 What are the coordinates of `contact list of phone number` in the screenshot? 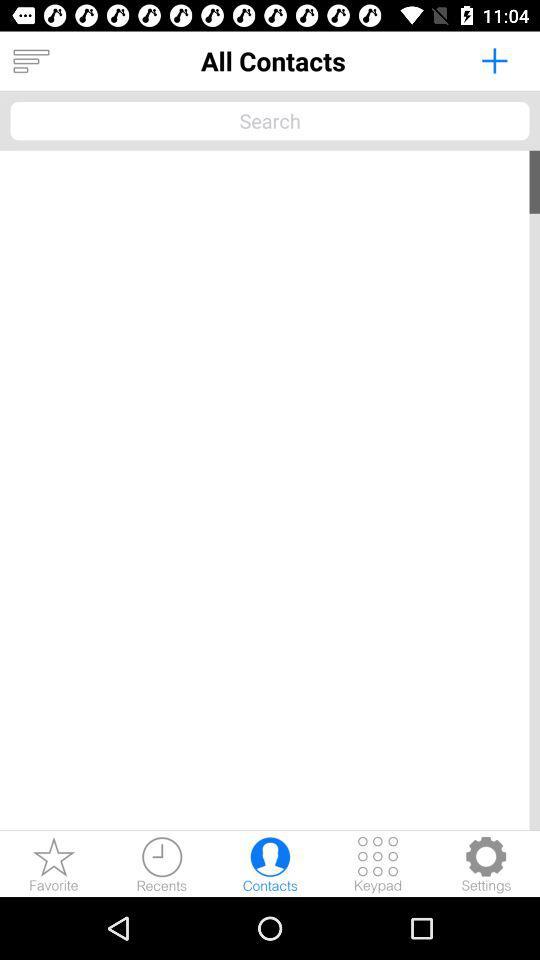 It's located at (270, 863).